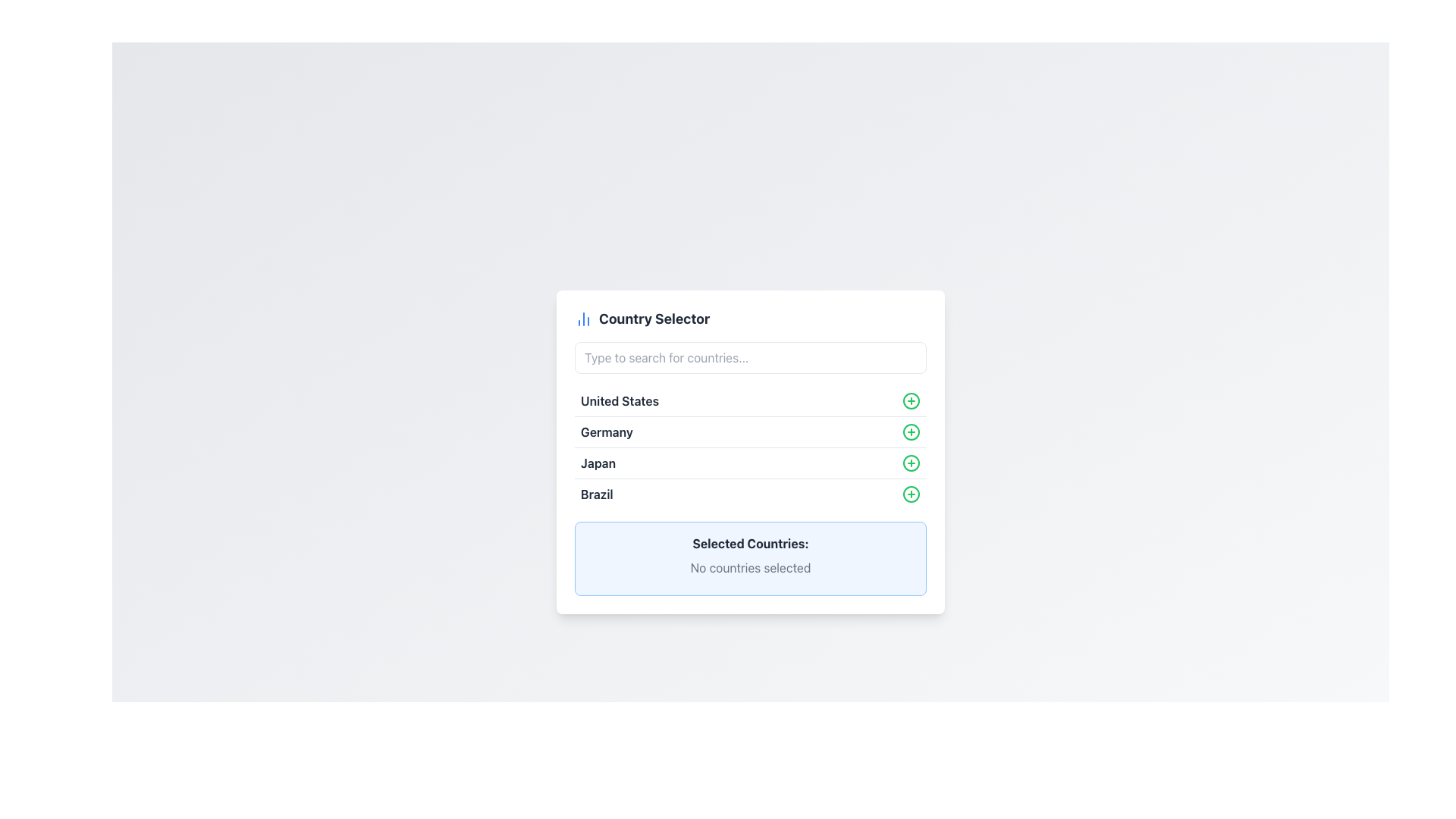  Describe the element at coordinates (750, 567) in the screenshot. I see `status message from the text label located in the 'Selected Countries:' section, positioned below the header and within a blue background` at that location.